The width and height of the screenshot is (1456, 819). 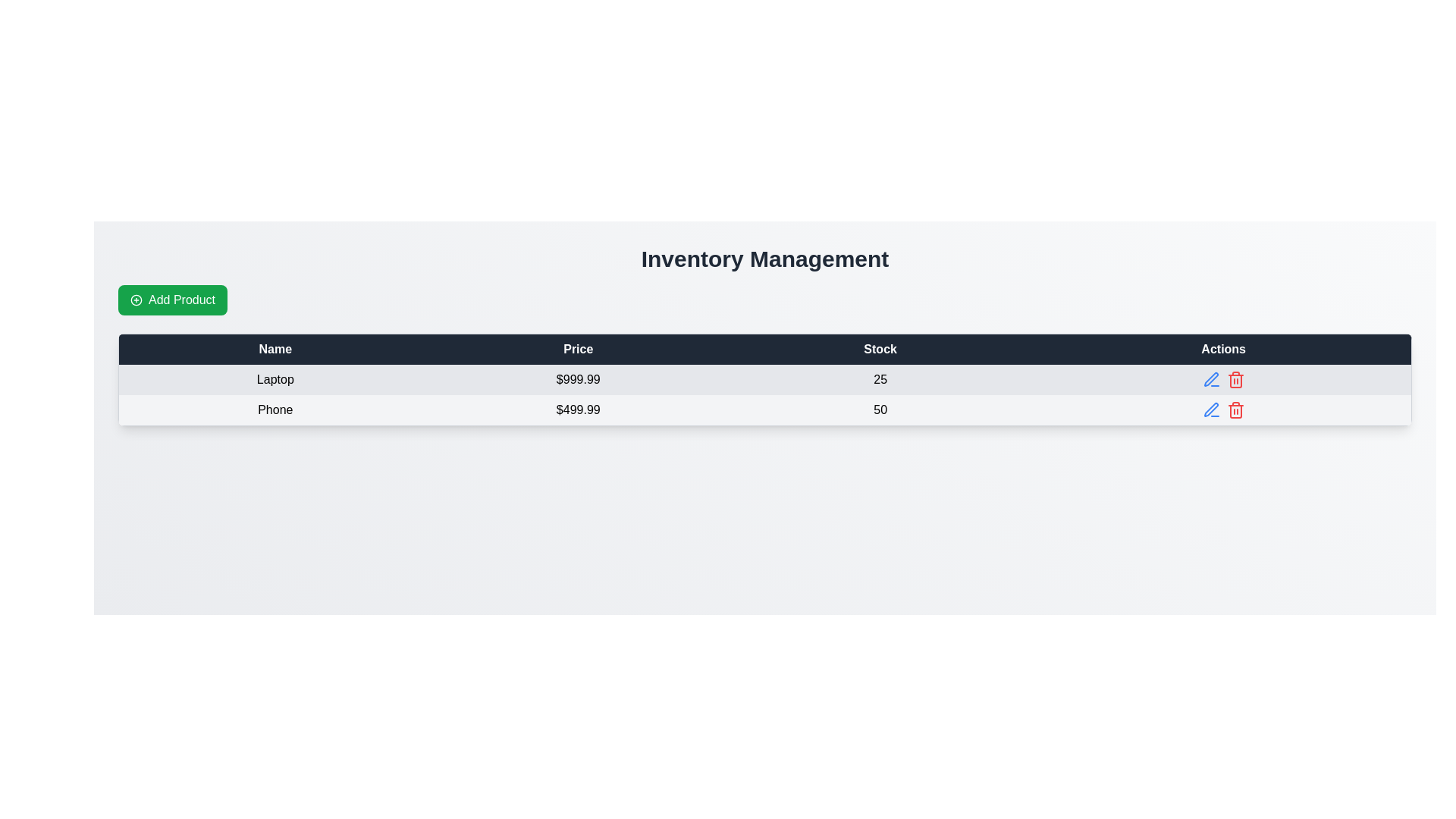 I want to click on the first two rows of the inventory table displaying products 'Laptop' and 'Phone' with their prices and stock levels, so click(x=764, y=394).